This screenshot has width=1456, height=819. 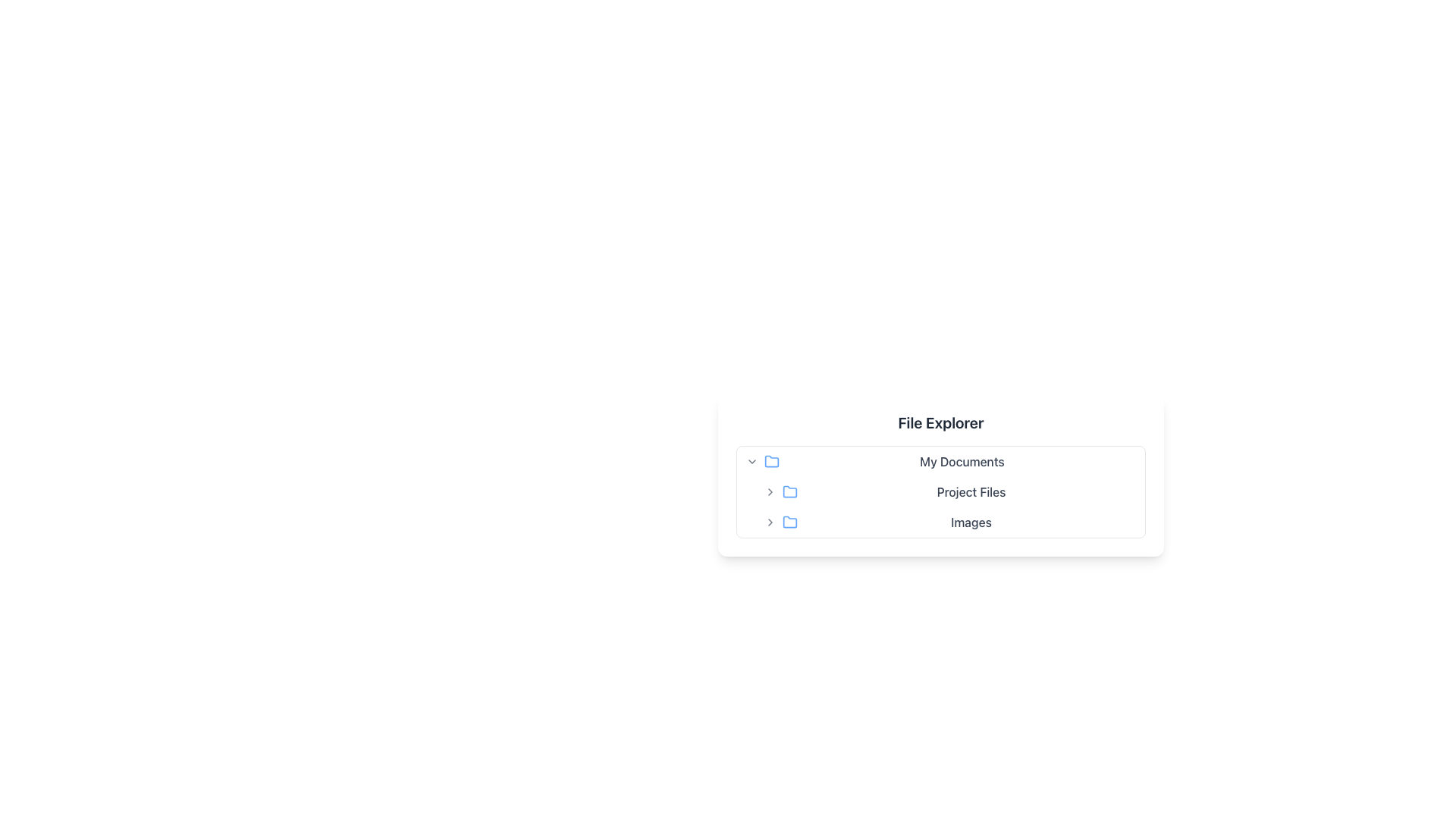 What do you see at coordinates (771, 460) in the screenshot?
I see `the 'My Documents' folder icon, which is the visual indicator representing the folder in the file explorer, to associate it with its folder label` at bounding box center [771, 460].